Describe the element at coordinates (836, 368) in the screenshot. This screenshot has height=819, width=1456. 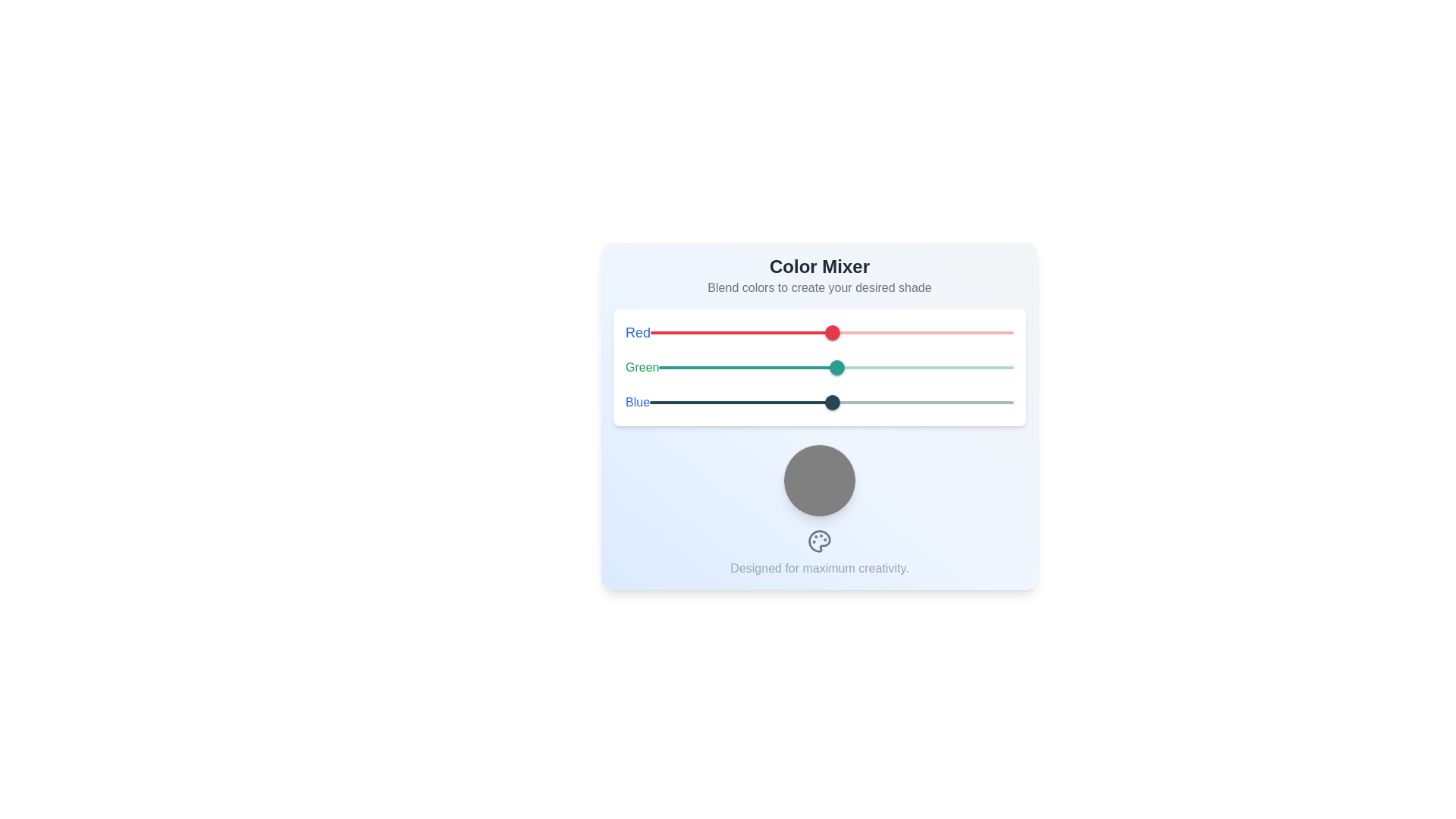
I see `the green slider track to set its value, which is currently displayed as '128'` at that location.